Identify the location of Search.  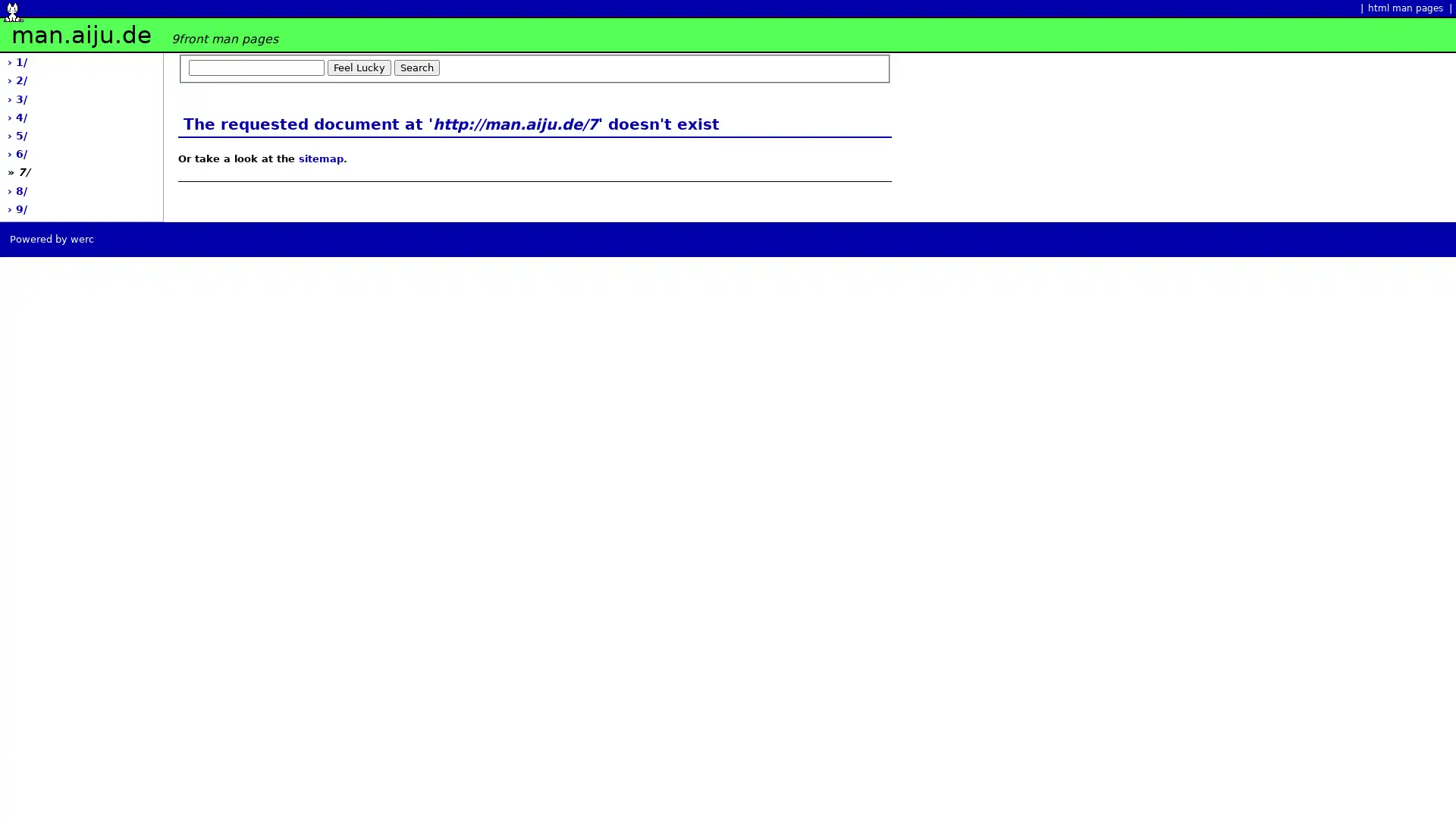
(417, 66).